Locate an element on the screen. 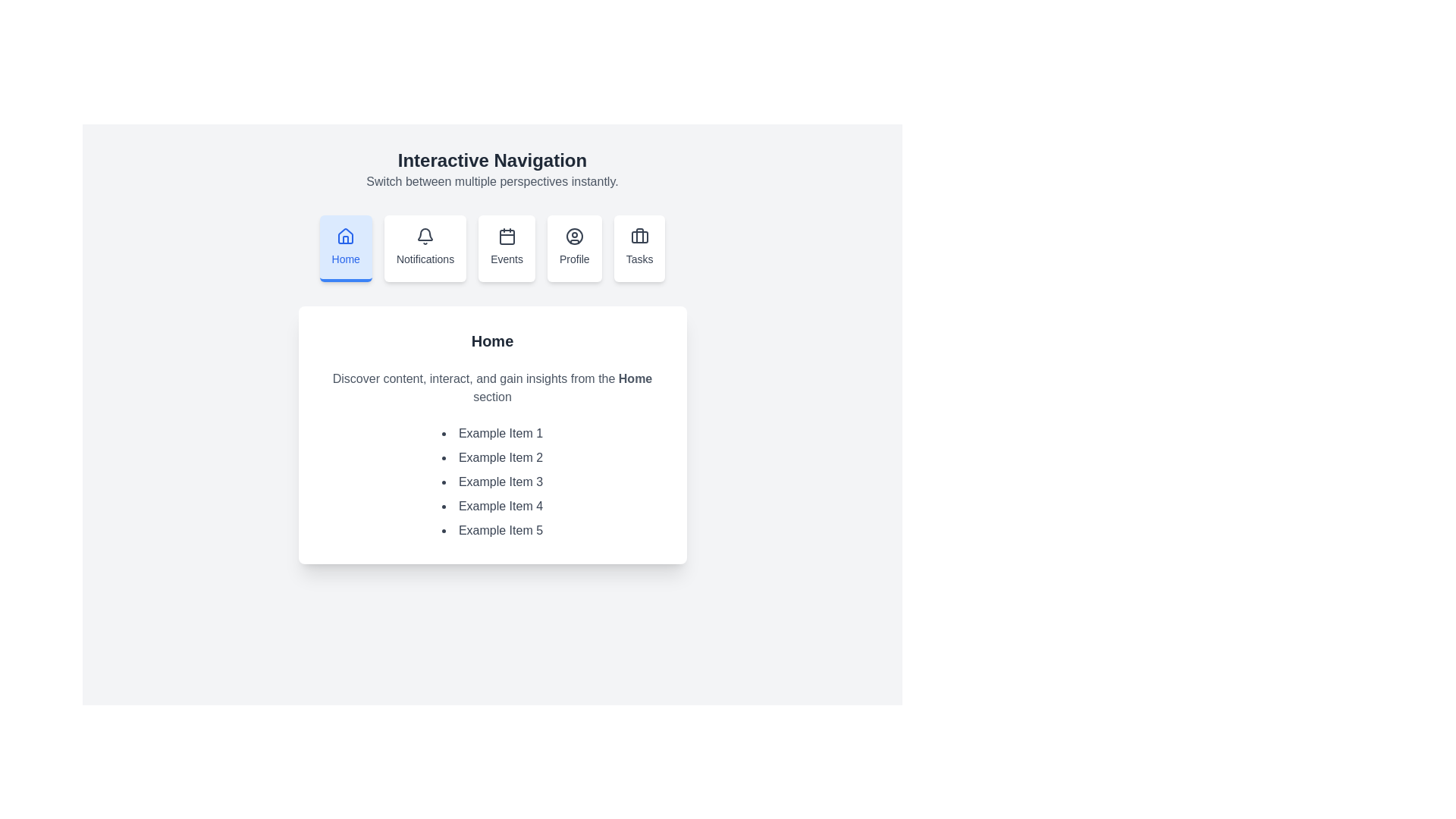  the label for the navigation button that directs users to the notifications or alerts section, which is located under the bell icon and is part of a card-like button structure in the navigation section is located at coordinates (425, 259).